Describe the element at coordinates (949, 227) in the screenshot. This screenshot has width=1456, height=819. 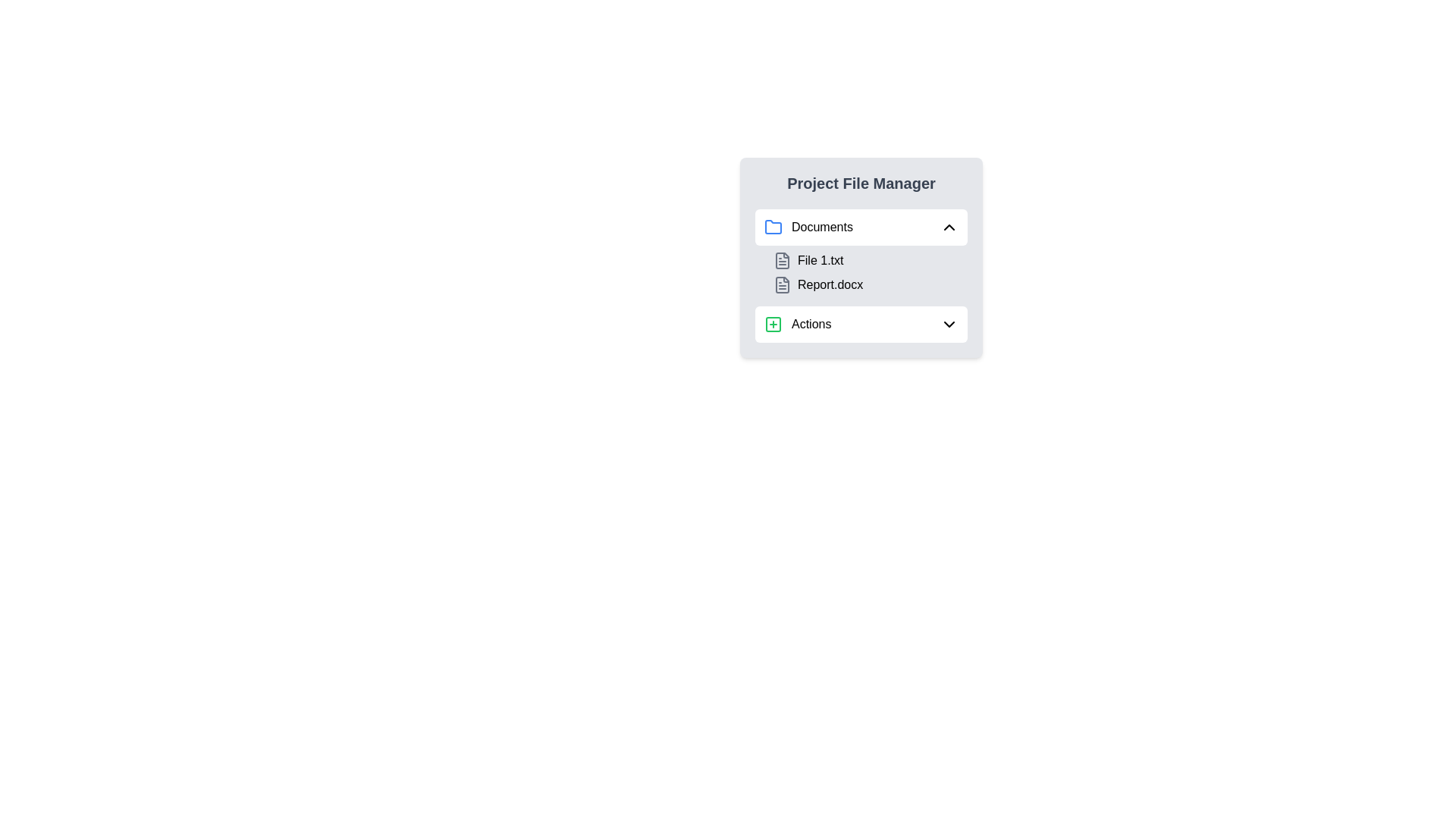
I see `the small, upward-pointing arrow icon next to the 'Documents' label` at that location.